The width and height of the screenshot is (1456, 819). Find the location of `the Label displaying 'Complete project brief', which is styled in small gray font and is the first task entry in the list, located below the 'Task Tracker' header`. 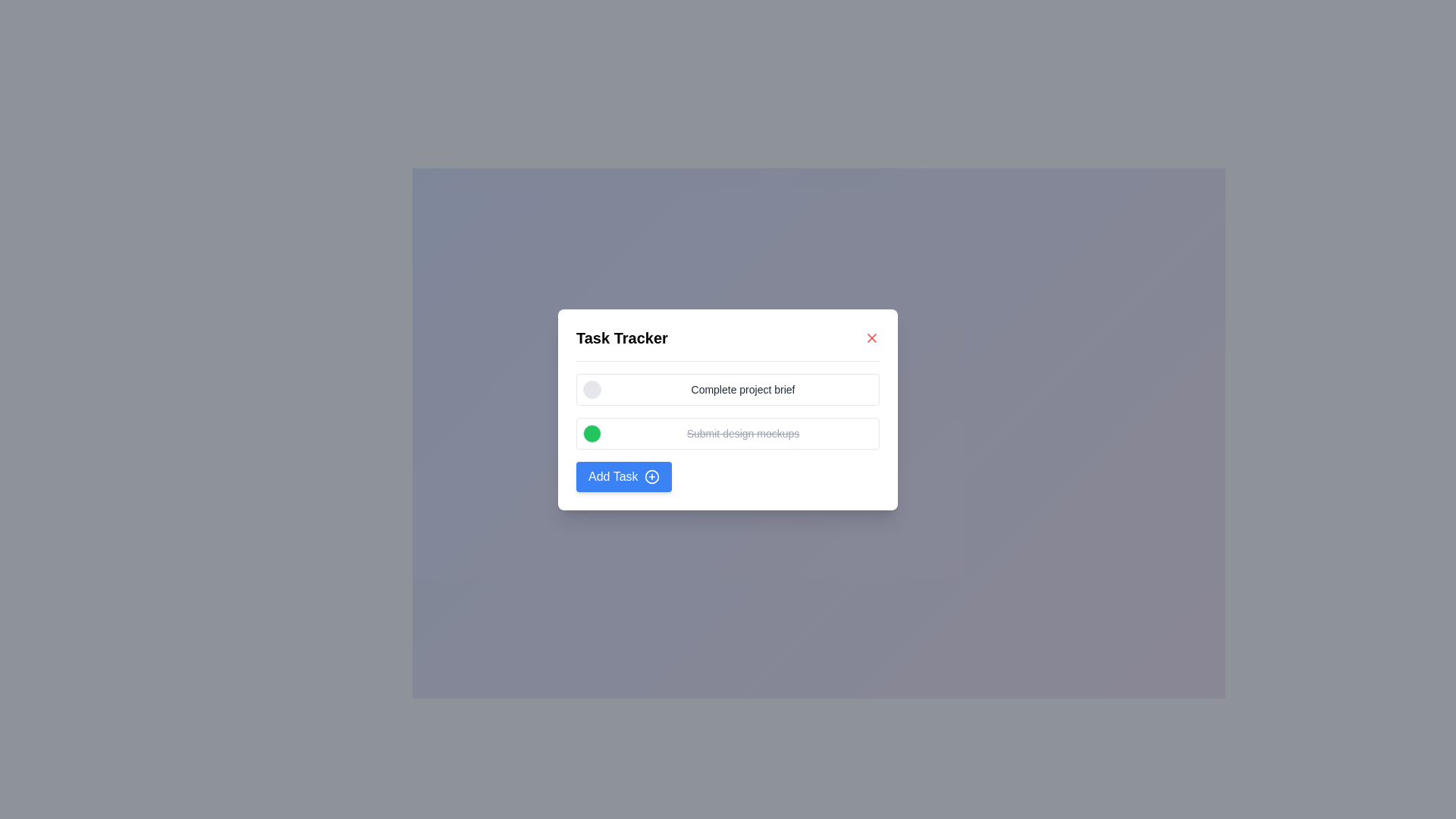

the Label displaying 'Complete project brief', which is styled in small gray font and is the first task entry in the list, located below the 'Task Tracker' header is located at coordinates (742, 388).